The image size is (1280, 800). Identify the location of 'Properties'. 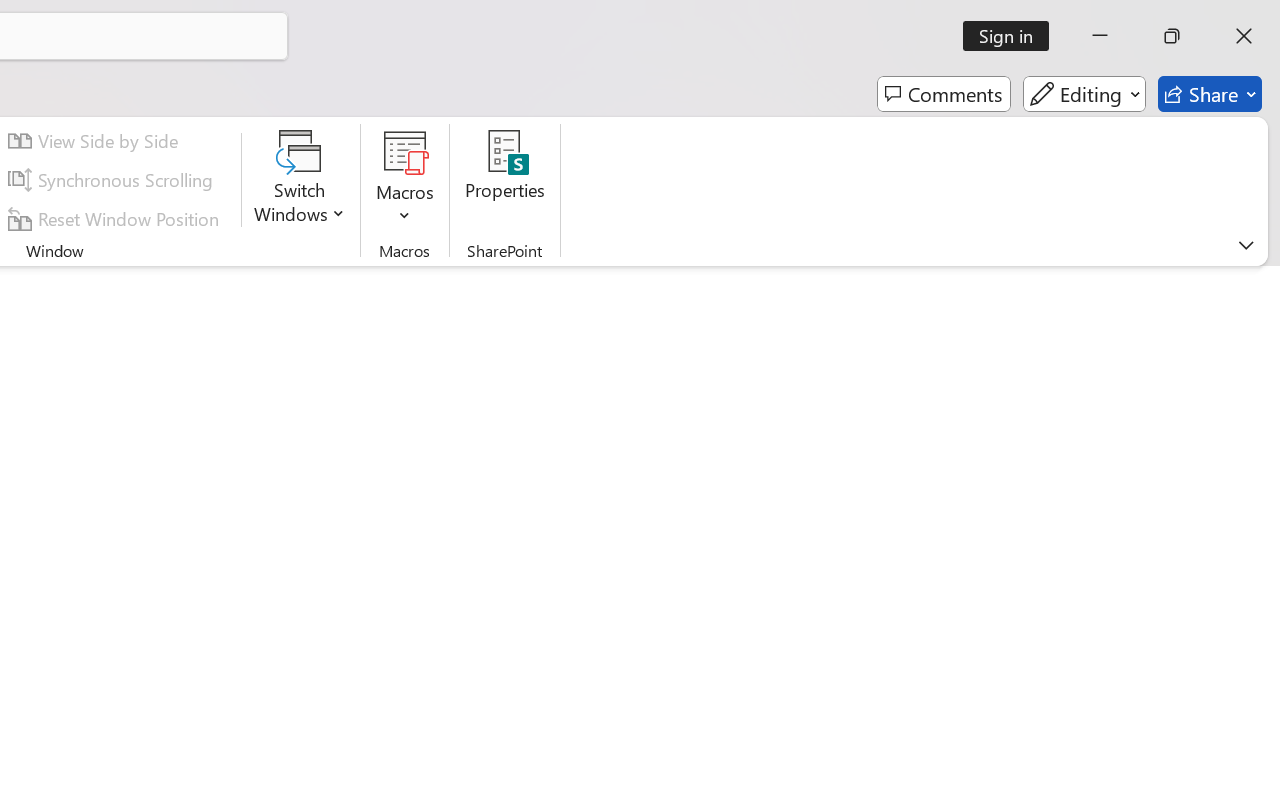
(505, 179).